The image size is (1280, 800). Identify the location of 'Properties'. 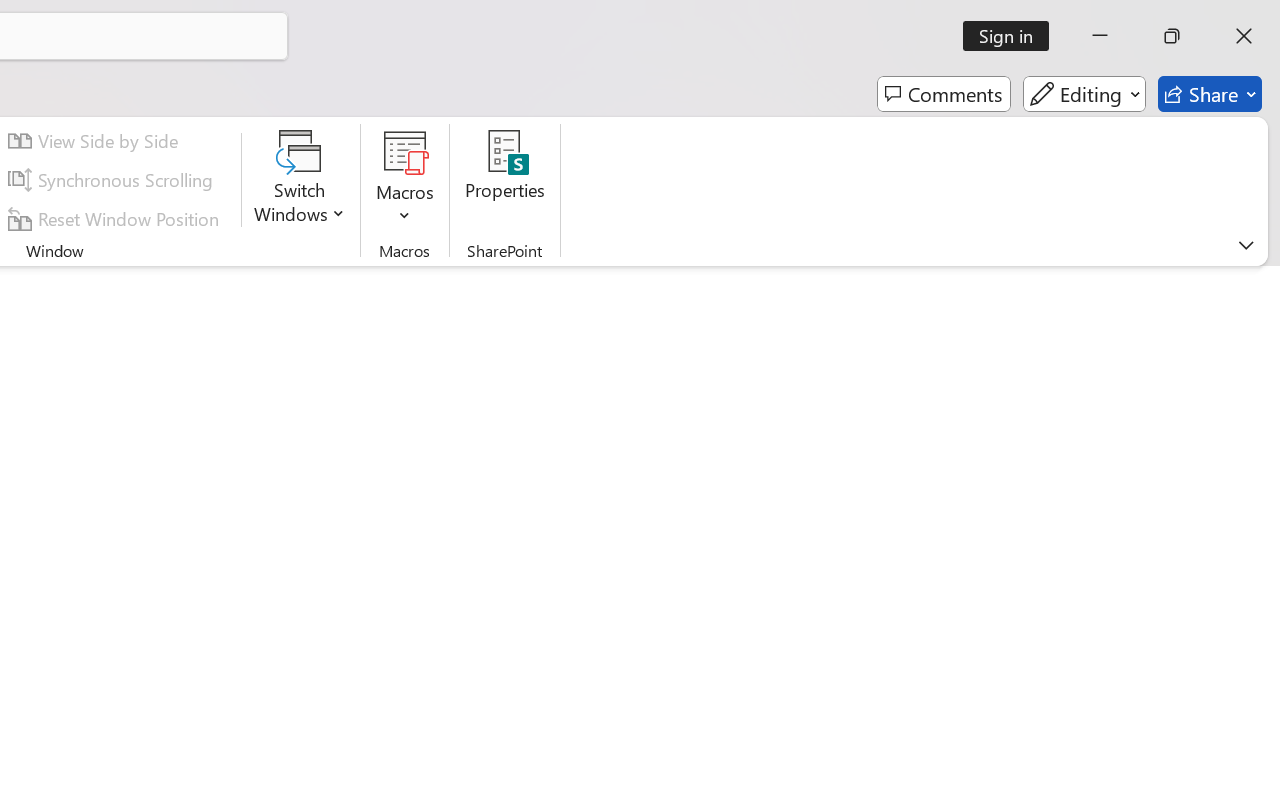
(505, 179).